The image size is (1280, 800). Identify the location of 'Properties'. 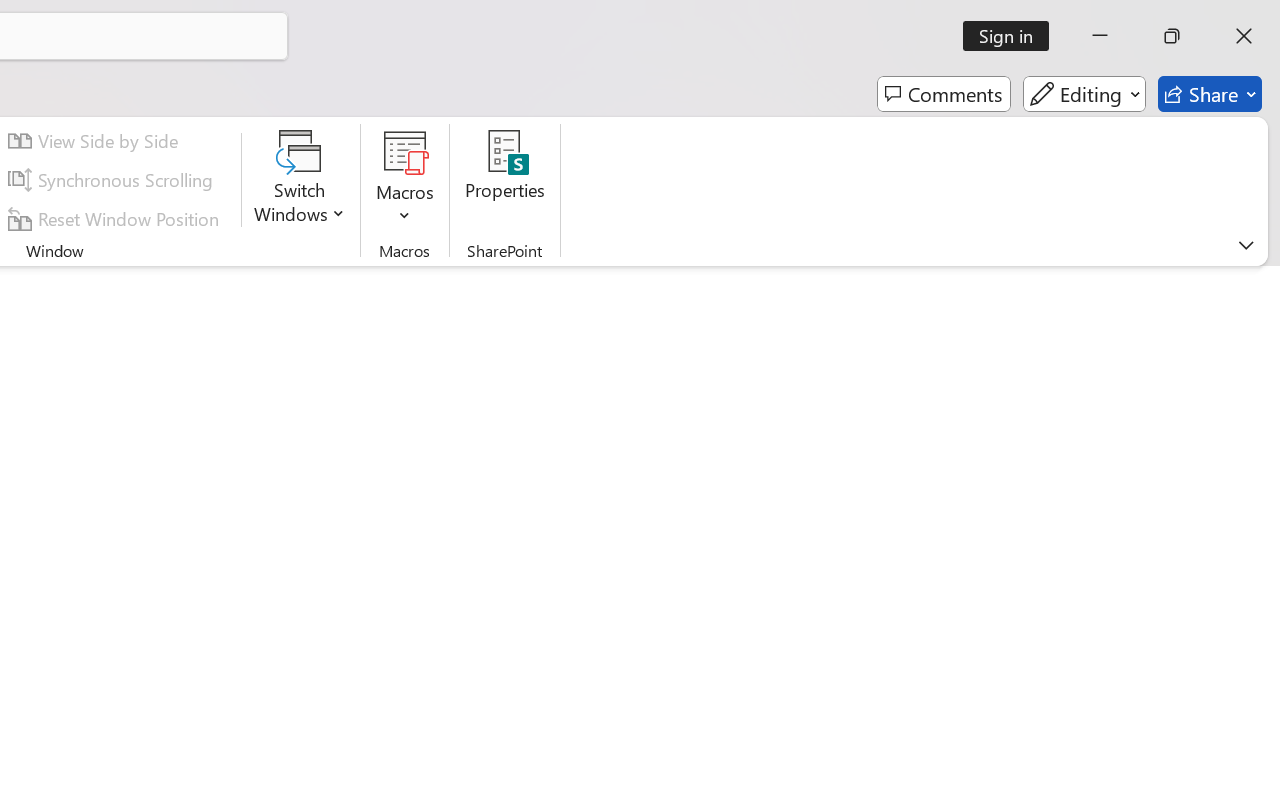
(505, 179).